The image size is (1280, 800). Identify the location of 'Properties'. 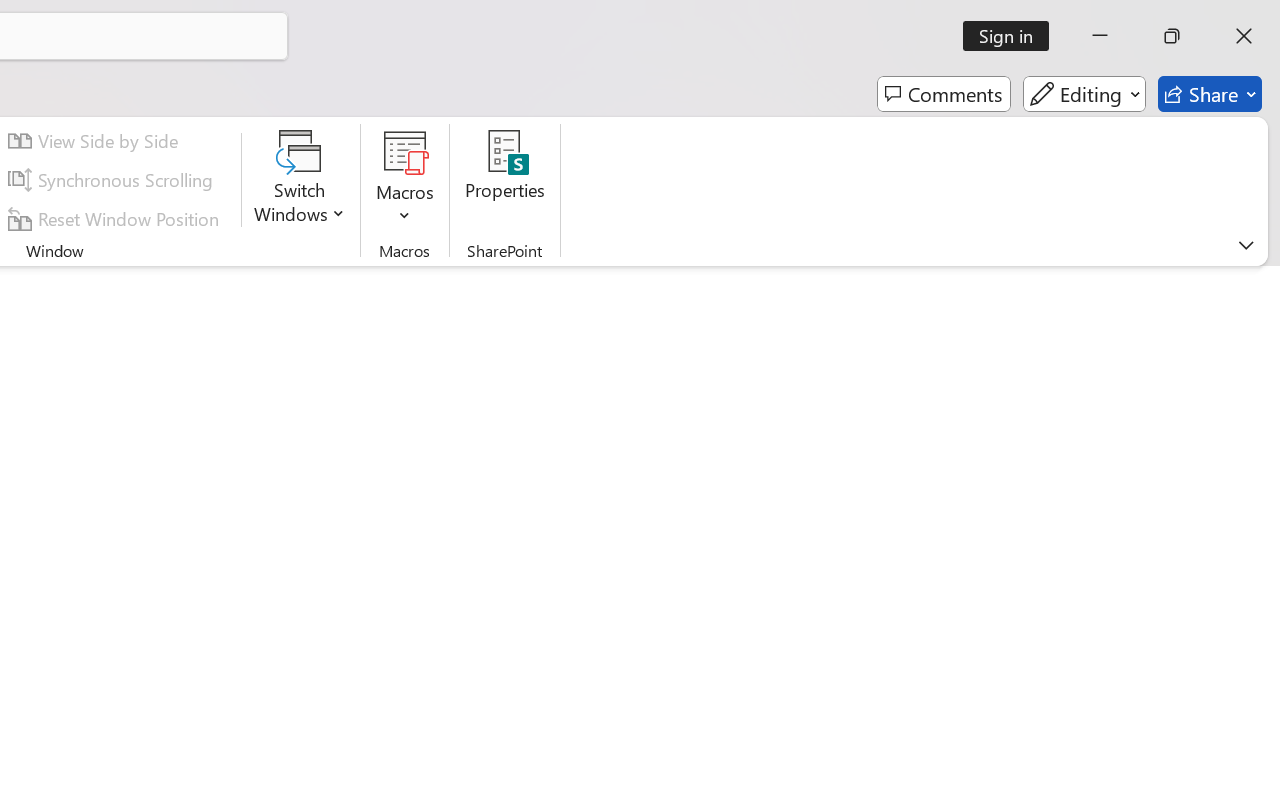
(505, 179).